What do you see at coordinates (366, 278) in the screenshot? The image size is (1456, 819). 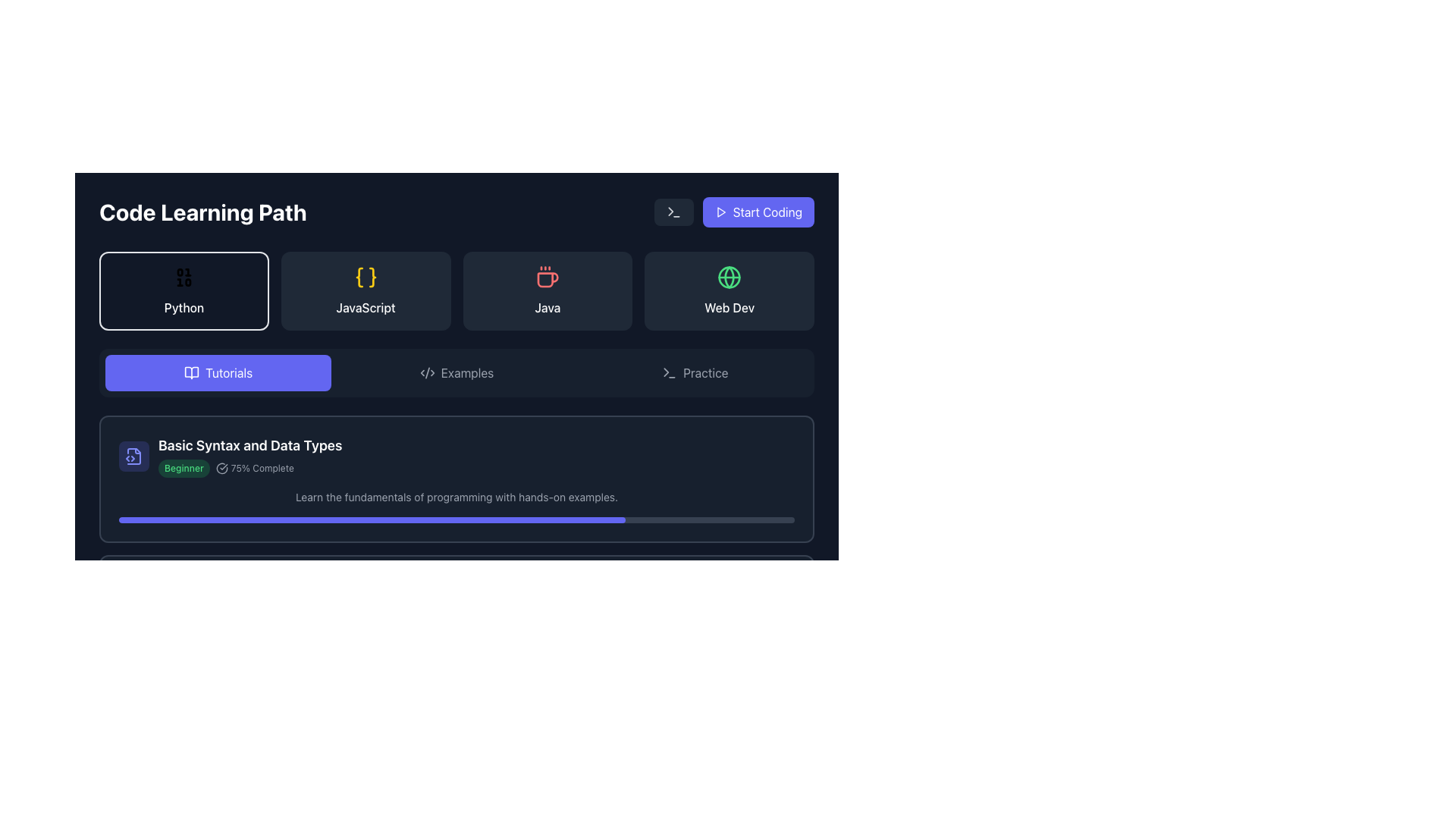 I see `the JavaScript icon, which is represented by a pair of yellow curly braces at the top center of the card labeled 'JavaScript.'` at bounding box center [366, 278].